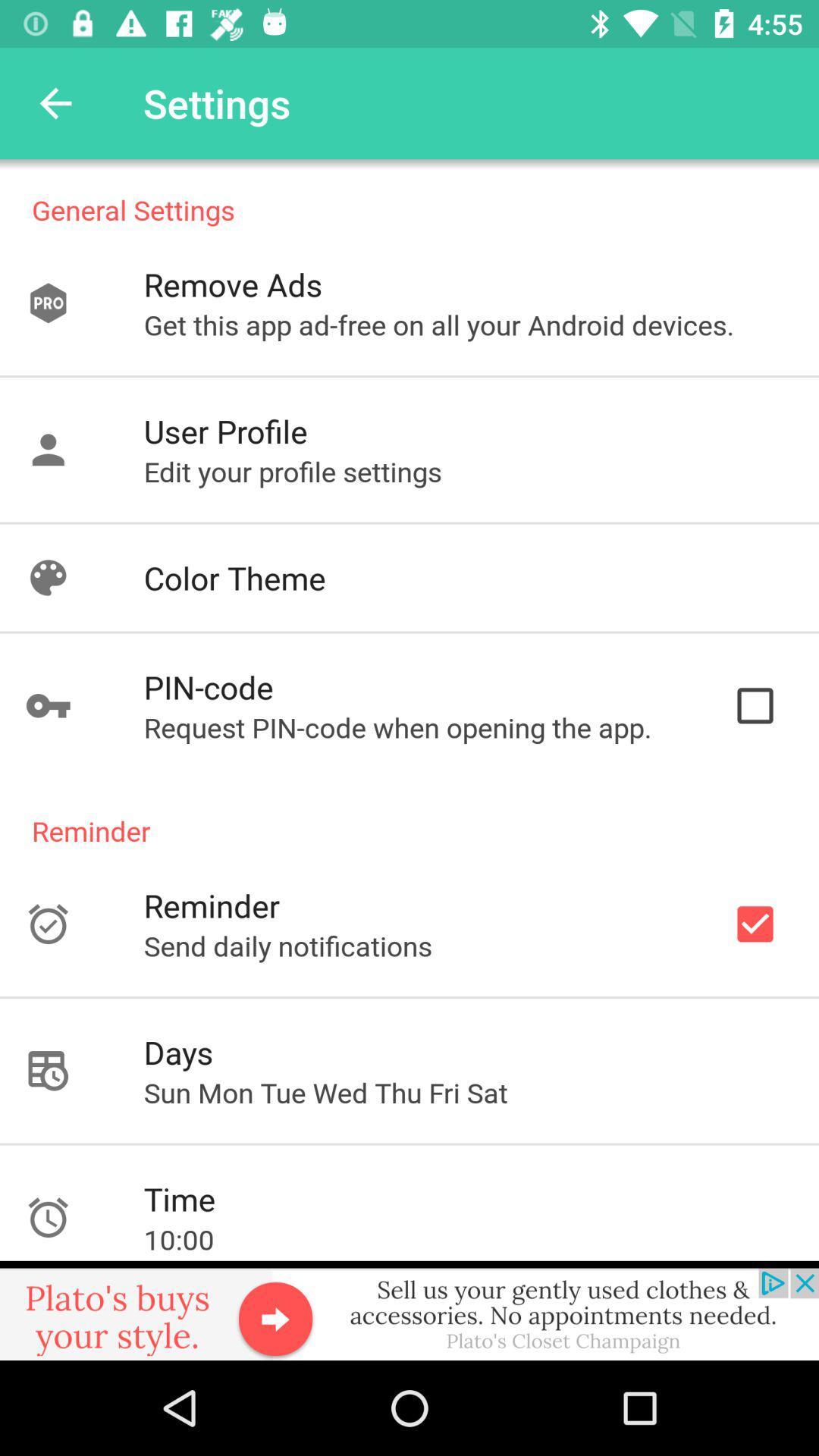 The height and width of the screenshot is (1456, 819). What do you see at coordinates (55, 102) in the screenshot?
I see `go back` at bounding box center [55, 102].